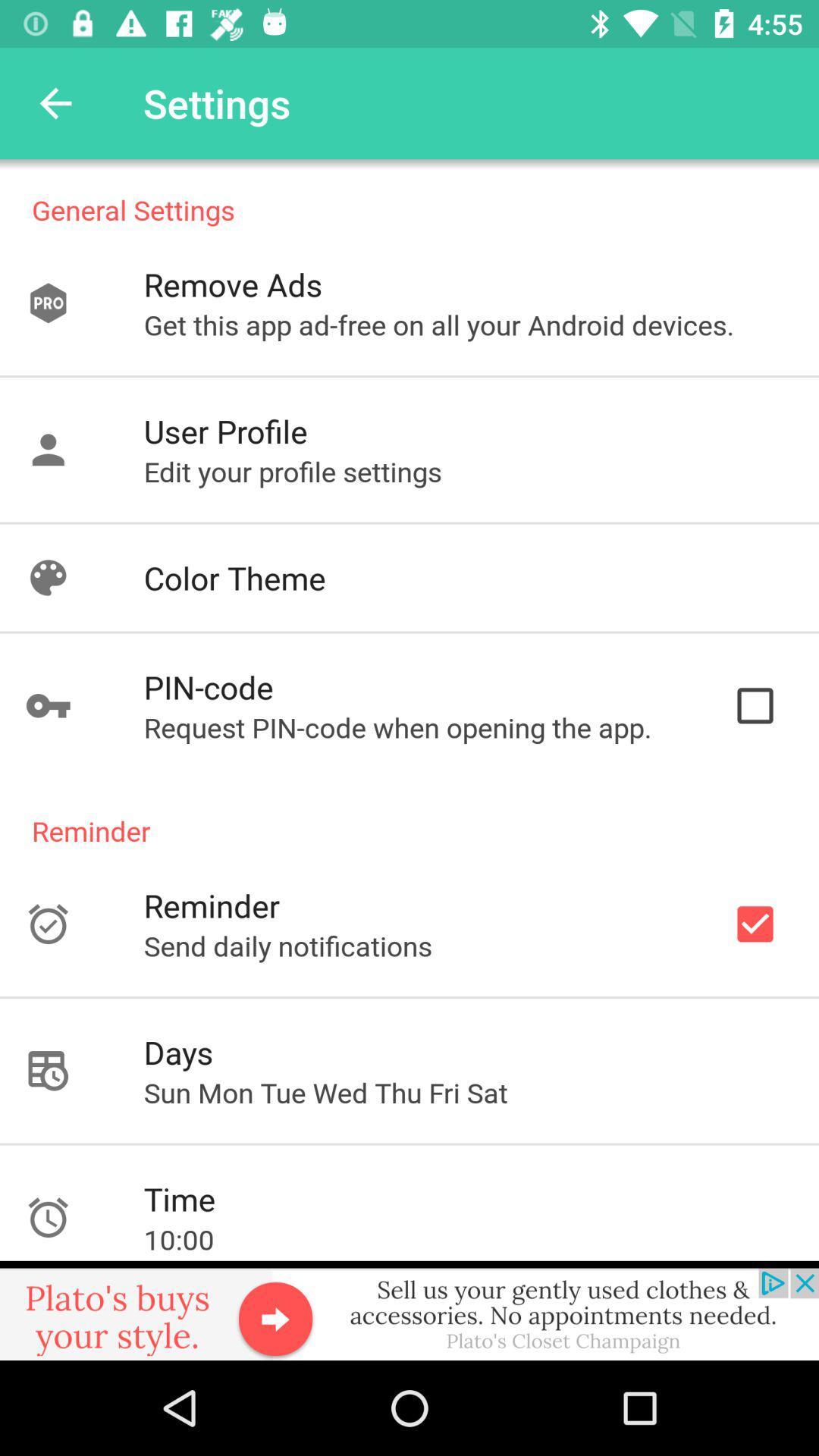 The height and width of the screenshot is (1456, 819). What do you see at coordinates (55, 102) in the screenshot?
I see `go back` at bounding box center [55, 102].